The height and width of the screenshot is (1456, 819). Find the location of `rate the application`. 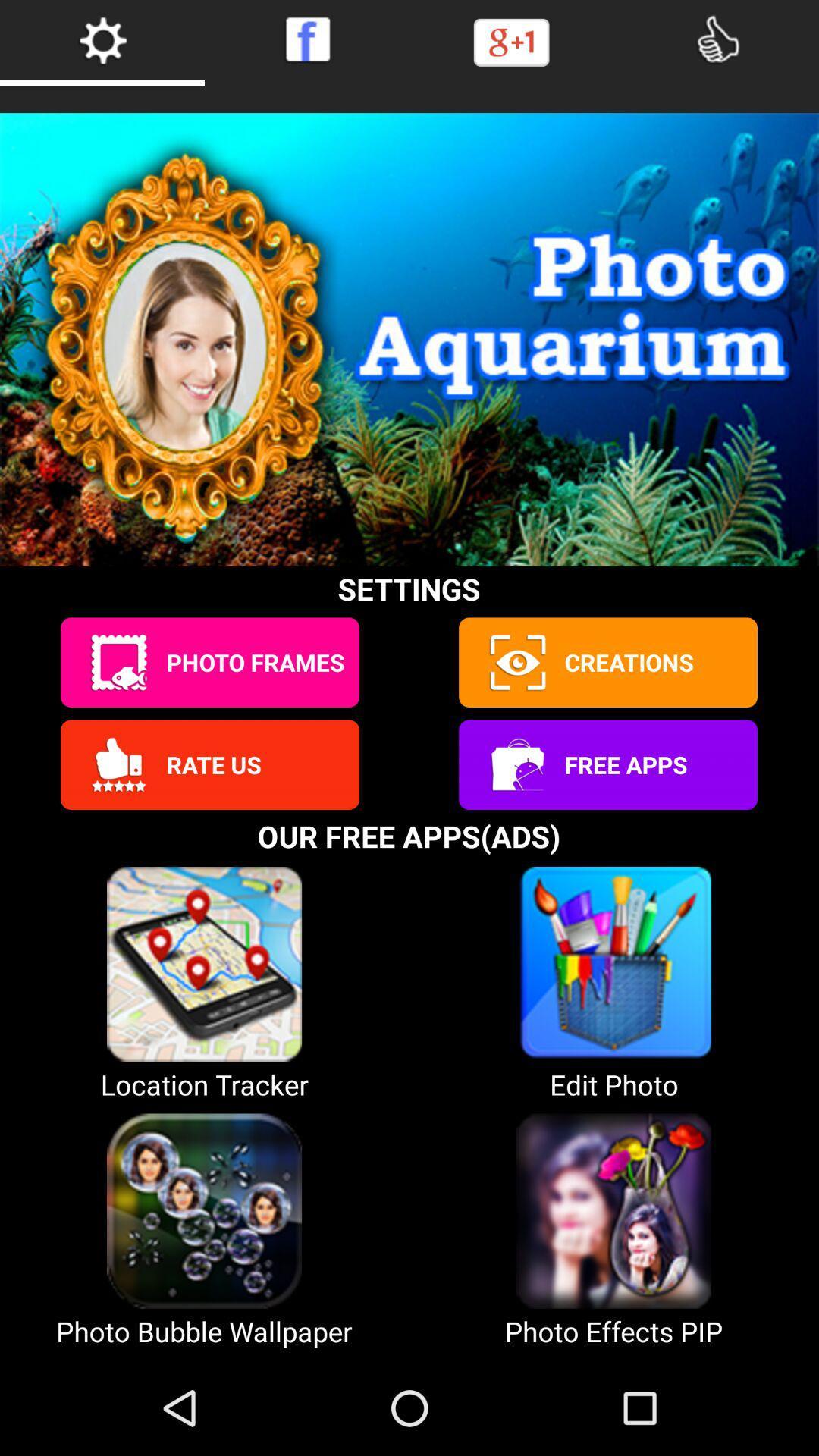

rate the application is located at coordinates (118, 764).